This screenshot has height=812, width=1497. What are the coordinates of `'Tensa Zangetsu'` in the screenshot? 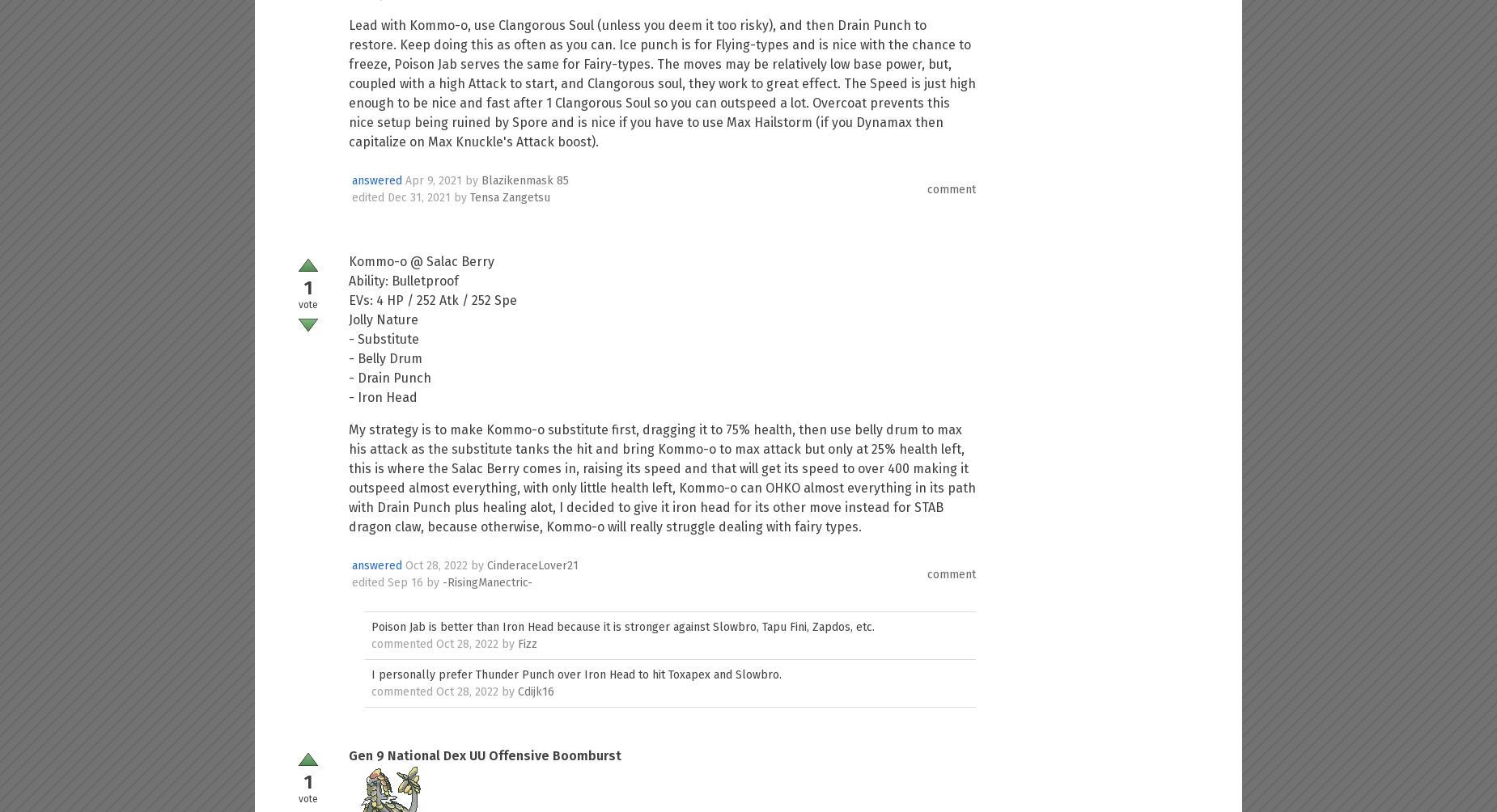 It's located at (470, 197).